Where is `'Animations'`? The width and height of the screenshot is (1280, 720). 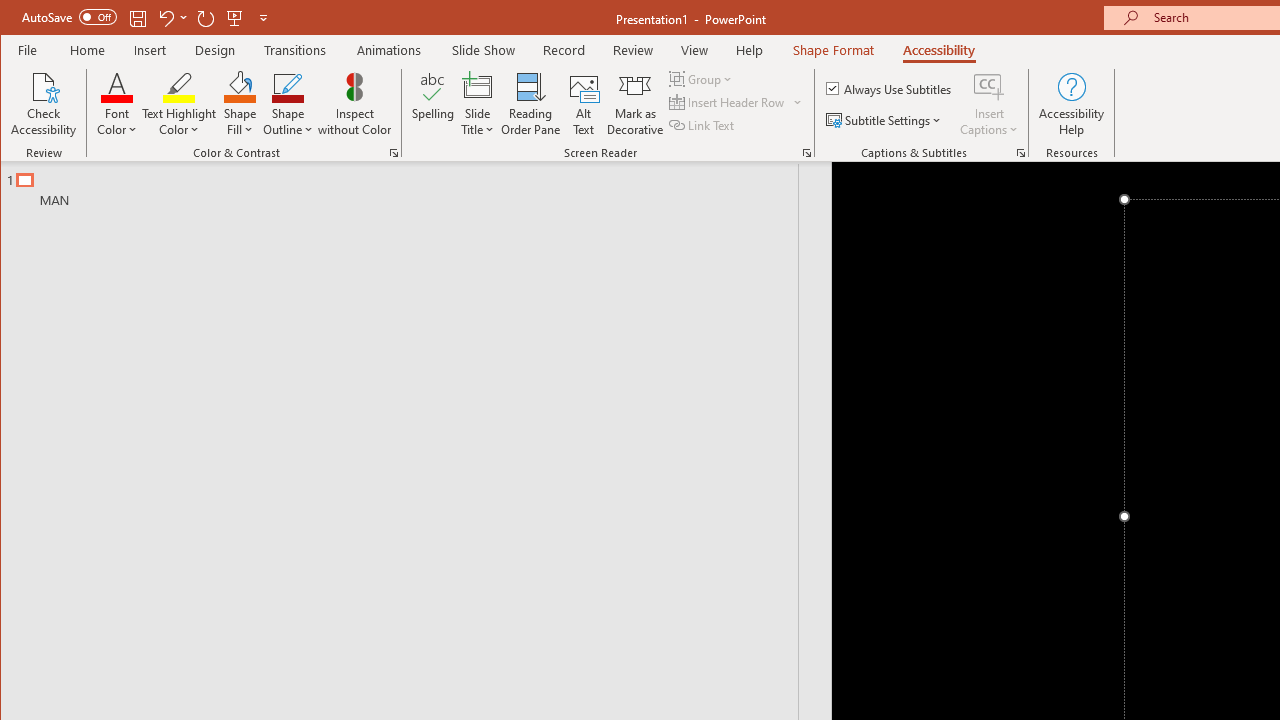 'Animations' is located at coordinates (389, 49).